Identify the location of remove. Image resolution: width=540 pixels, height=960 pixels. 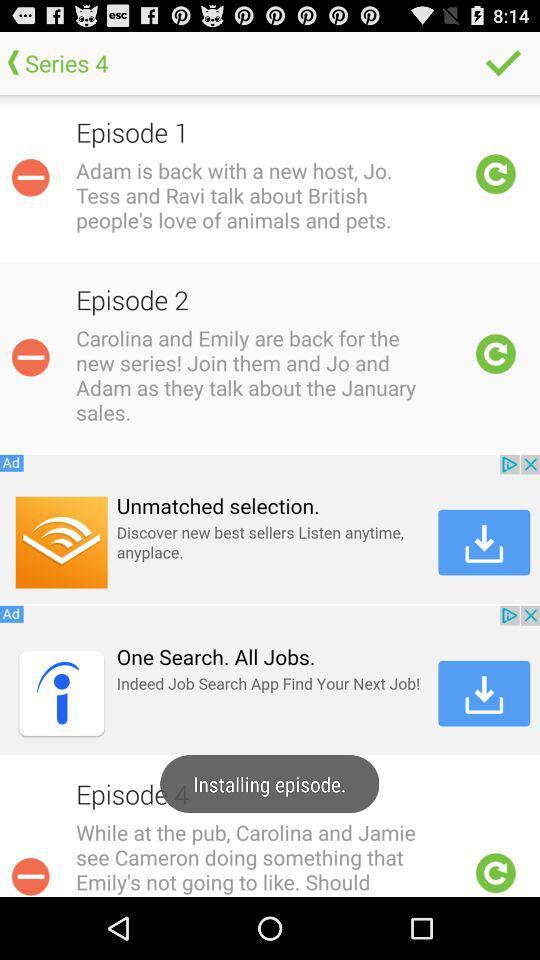
(29, 357).